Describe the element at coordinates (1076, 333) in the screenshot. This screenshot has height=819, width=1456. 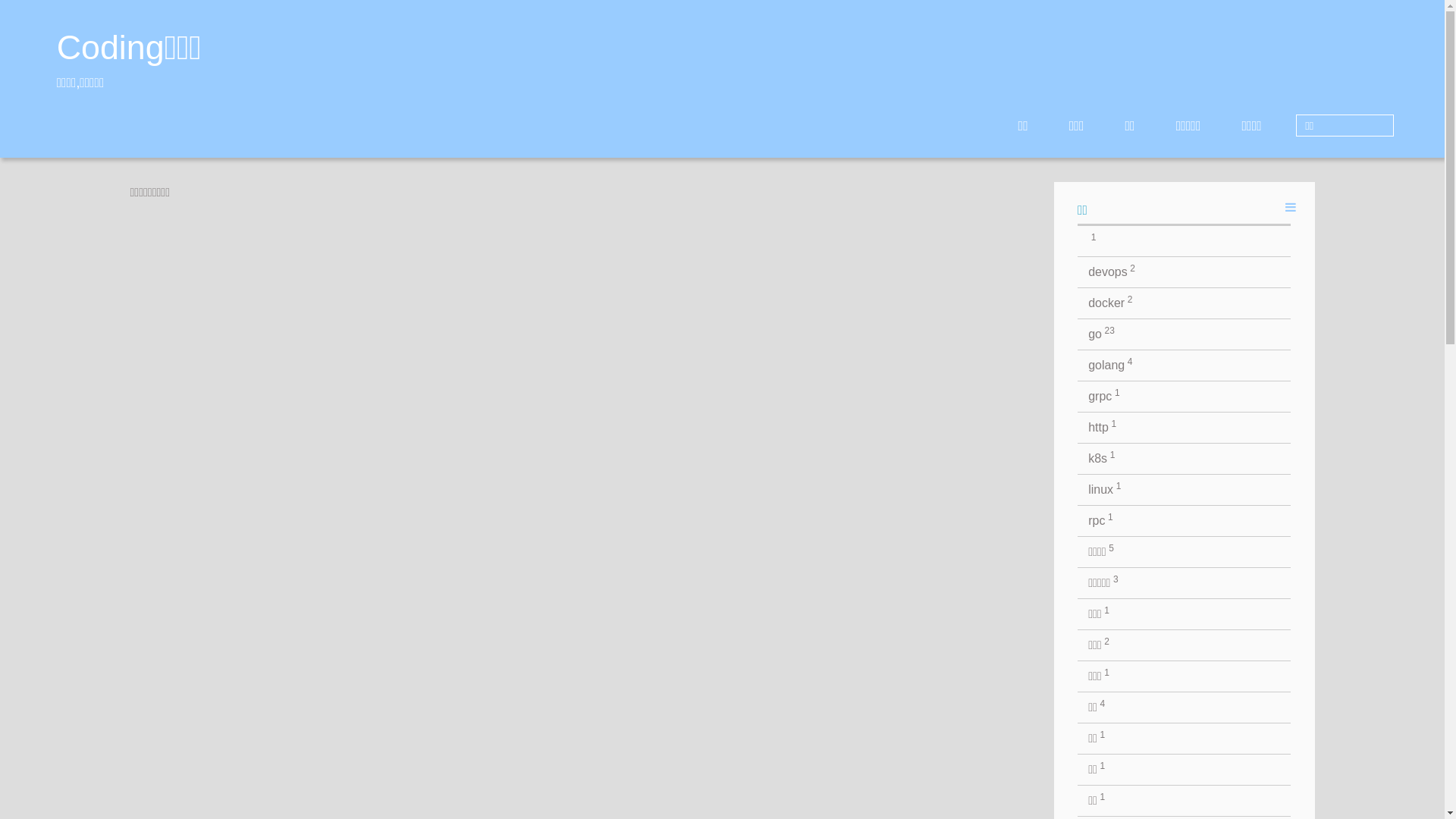
I see `'go23'` at that location.